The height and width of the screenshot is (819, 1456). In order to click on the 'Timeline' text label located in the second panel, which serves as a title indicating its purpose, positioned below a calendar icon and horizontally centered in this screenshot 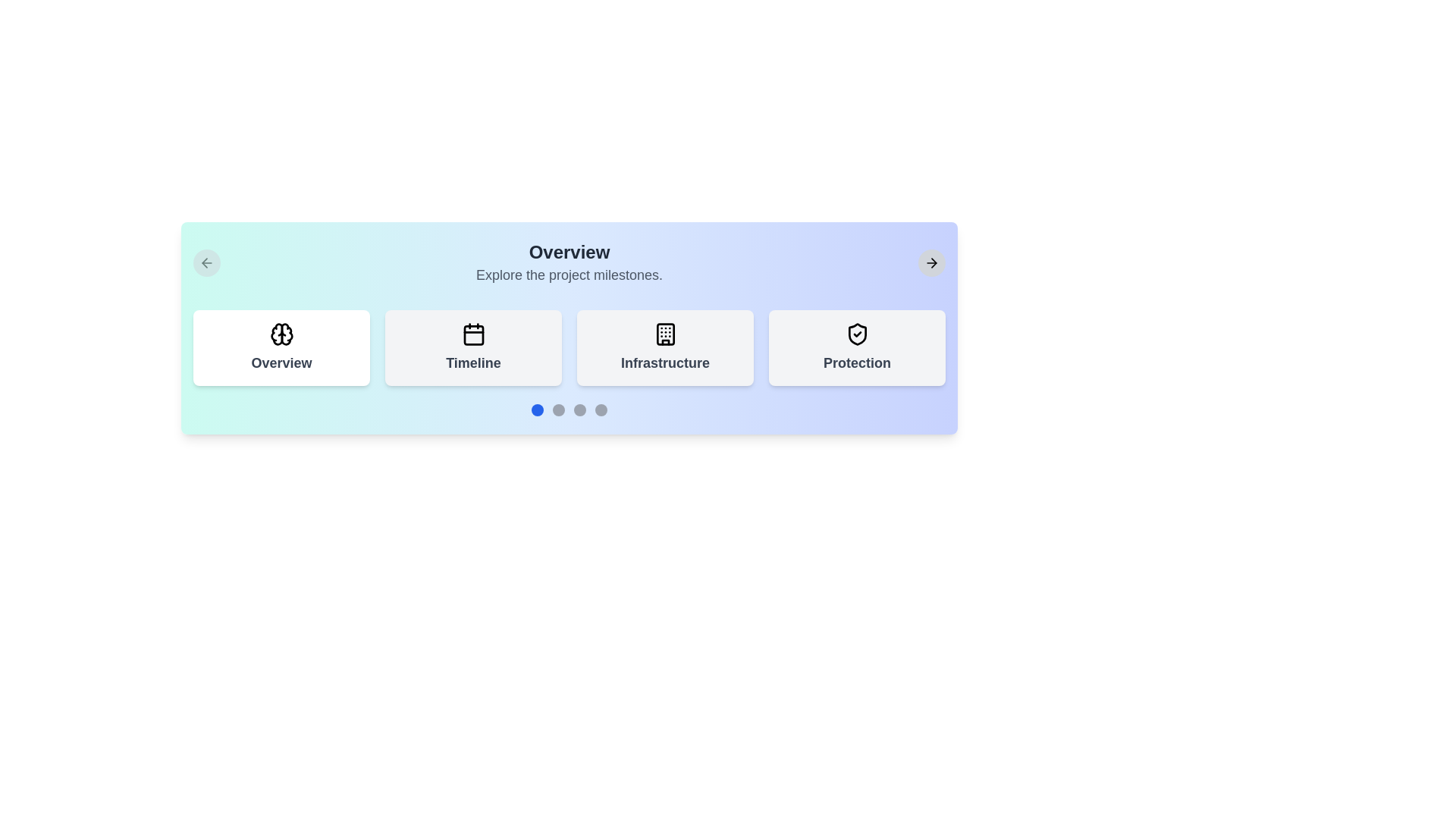, I will do `click(472, 362)`.